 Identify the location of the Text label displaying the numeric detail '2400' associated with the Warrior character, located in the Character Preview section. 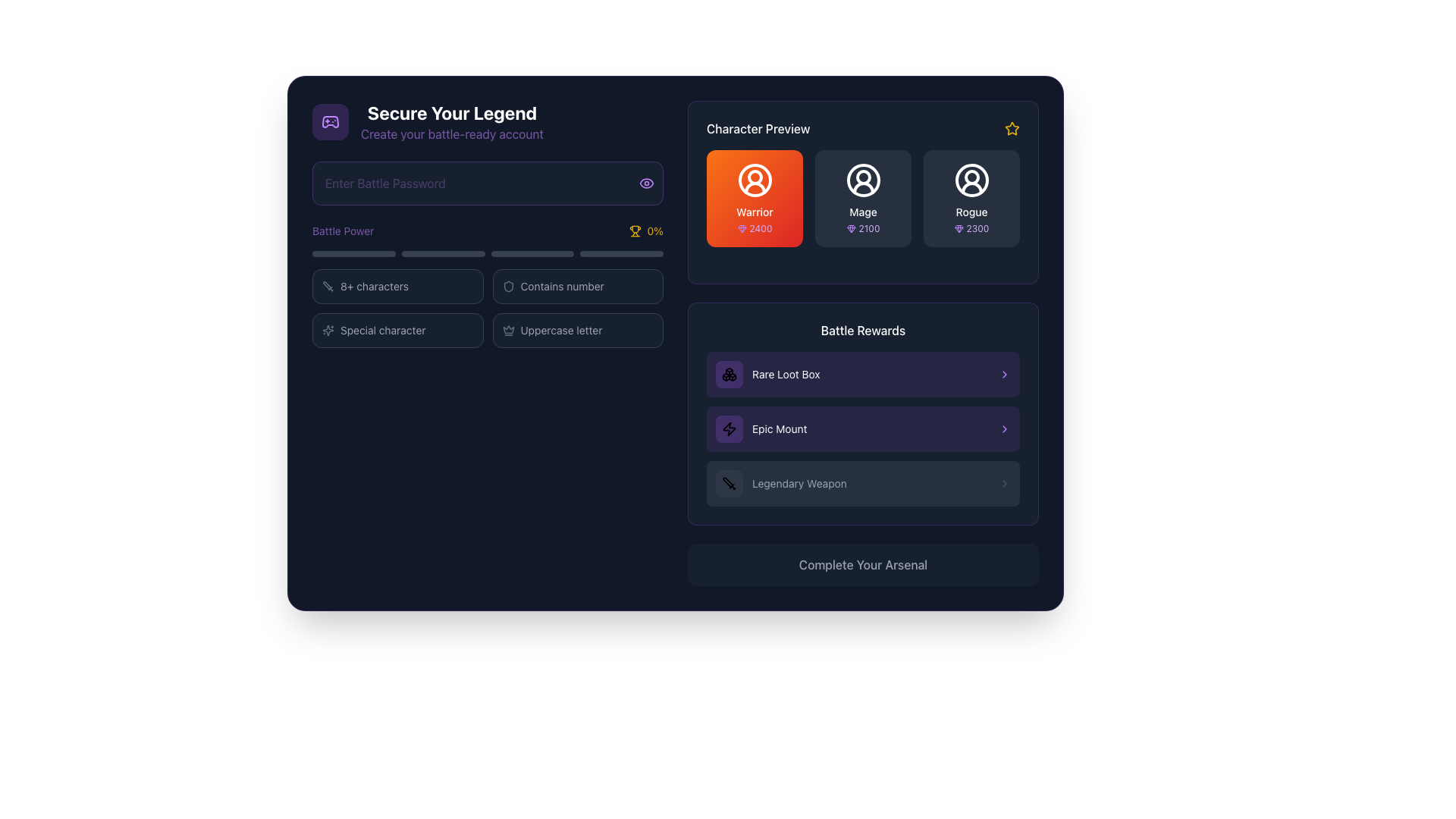
(761, 228).